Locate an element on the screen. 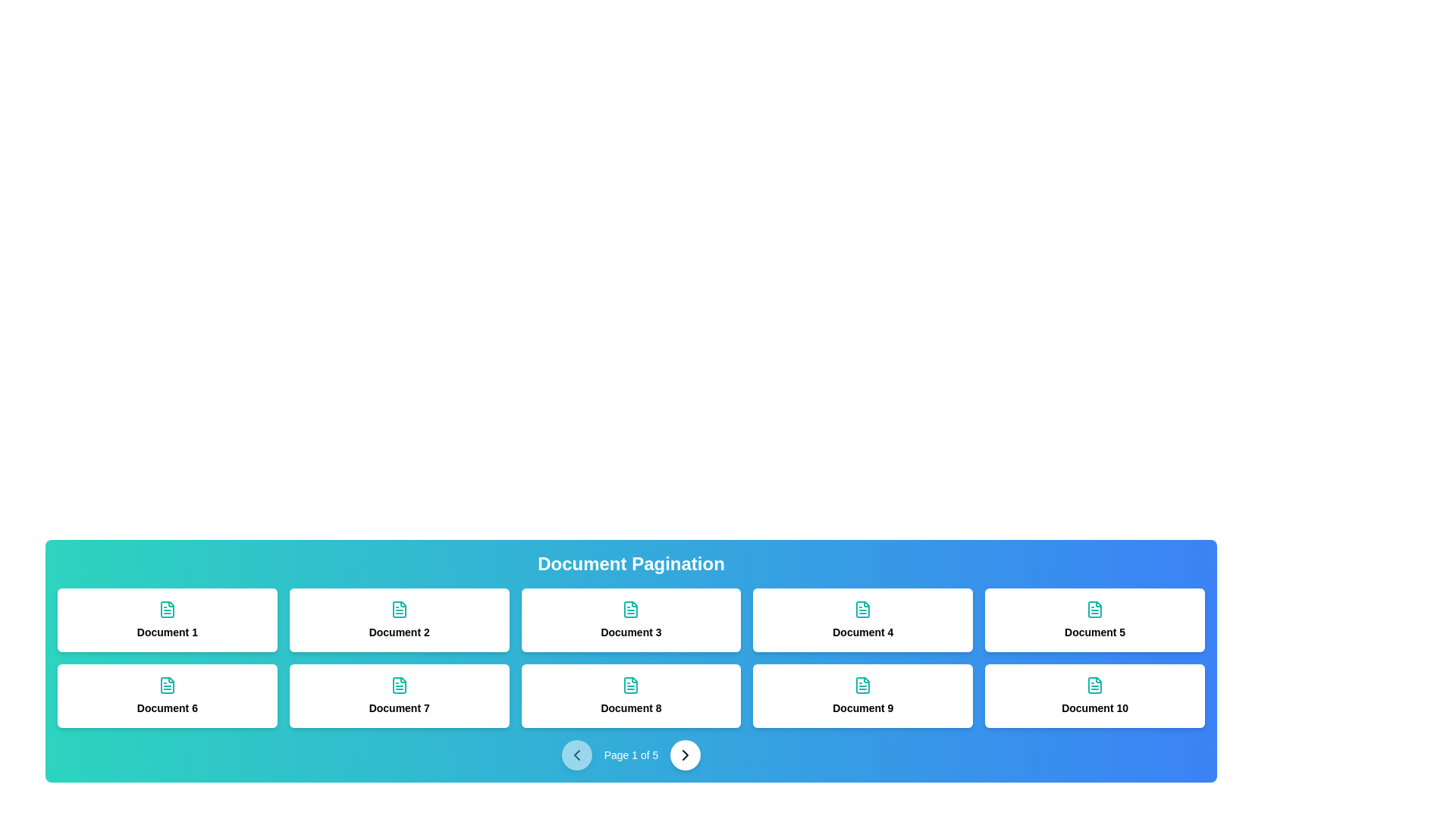 The width and height of the screenshot is (1456, 819). the first document card in the grid layout, which represents a document and provides access to its content or related actions is located at coordinates (167, 620).